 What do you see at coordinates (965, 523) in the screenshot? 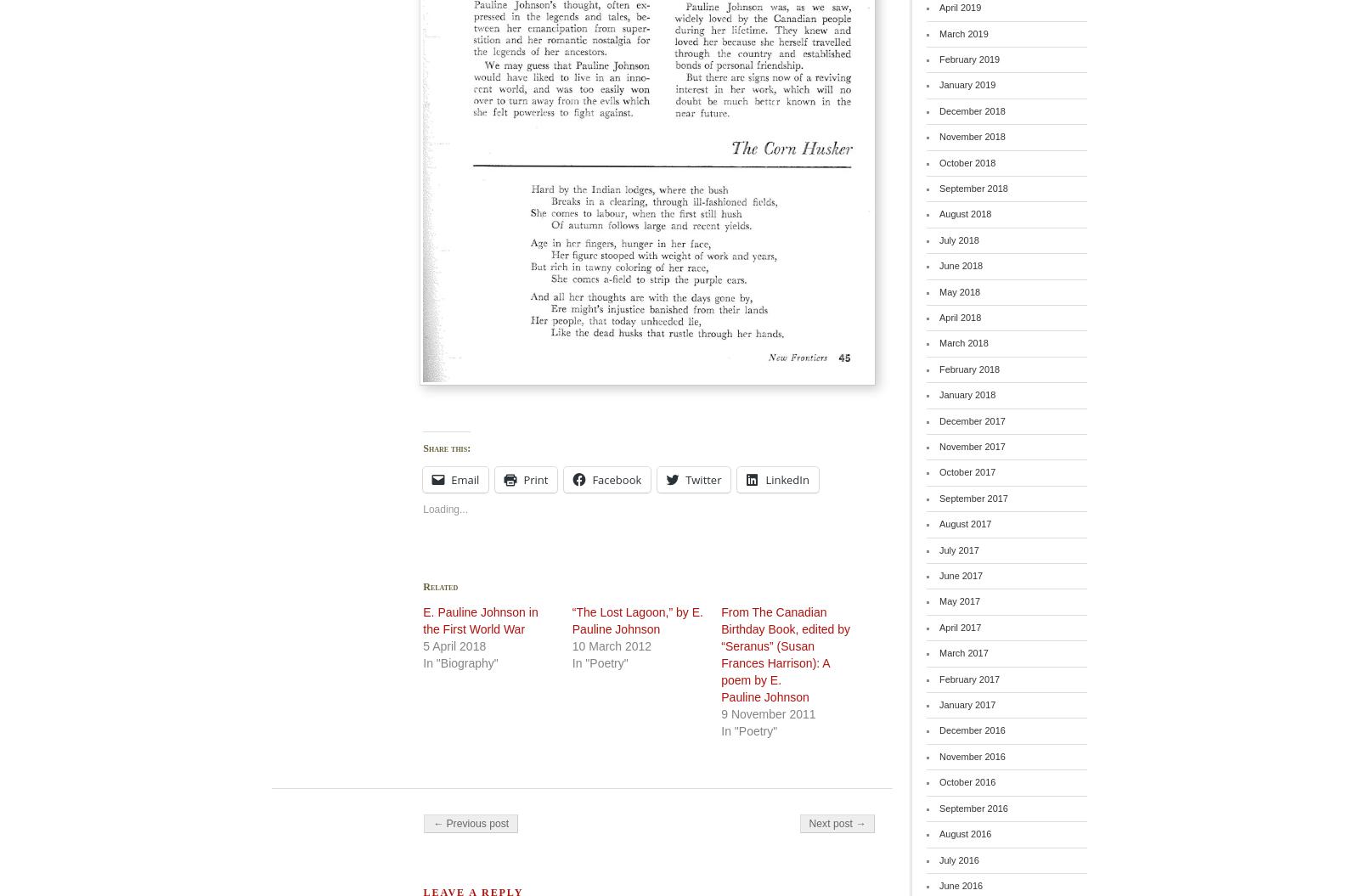
I see `'August 2017'` at bounding box center [965, 523].